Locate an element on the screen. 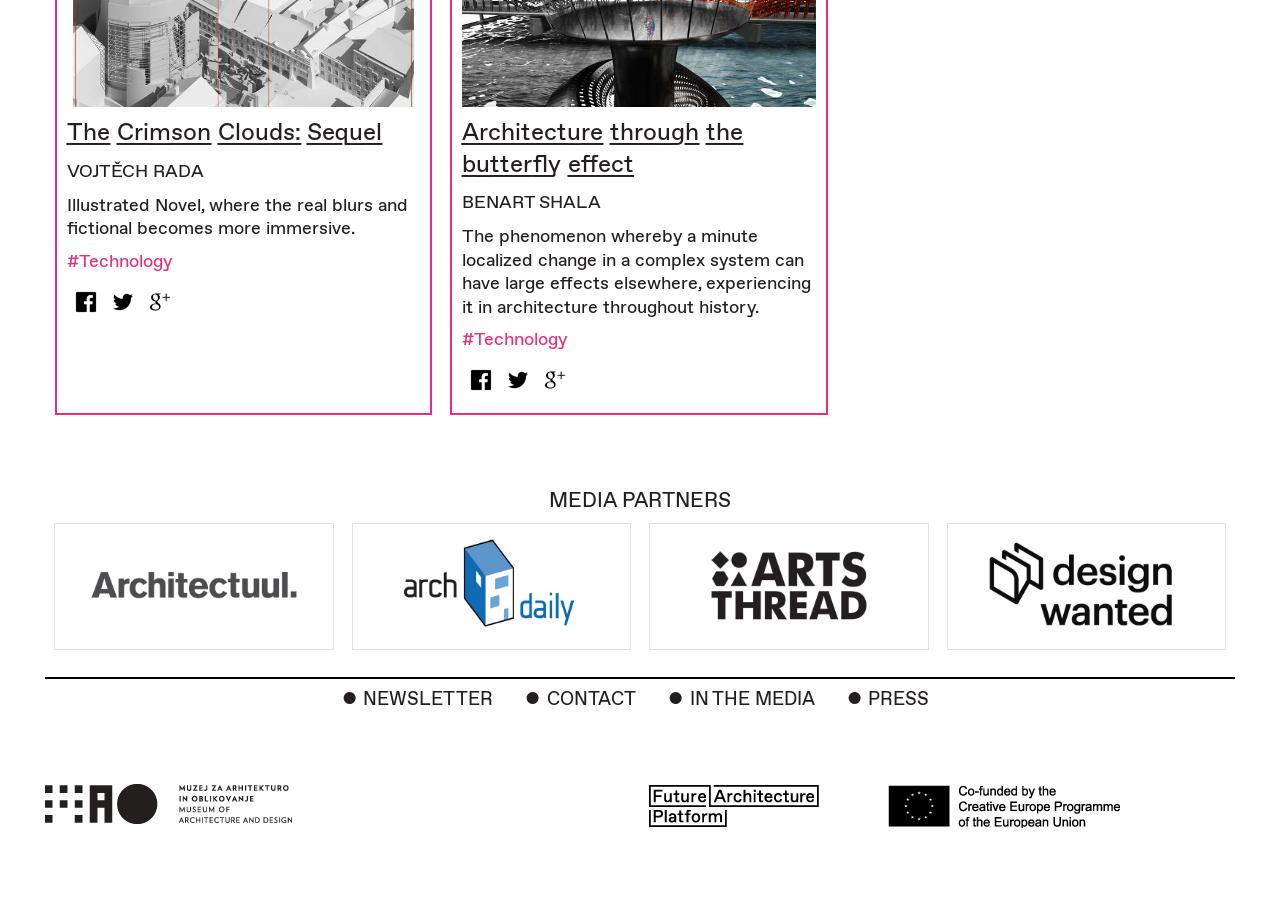 This screenshot has width=1280, height=918. 'The Crimson Clouds: Sequel' is located at coordinates (224, 131).